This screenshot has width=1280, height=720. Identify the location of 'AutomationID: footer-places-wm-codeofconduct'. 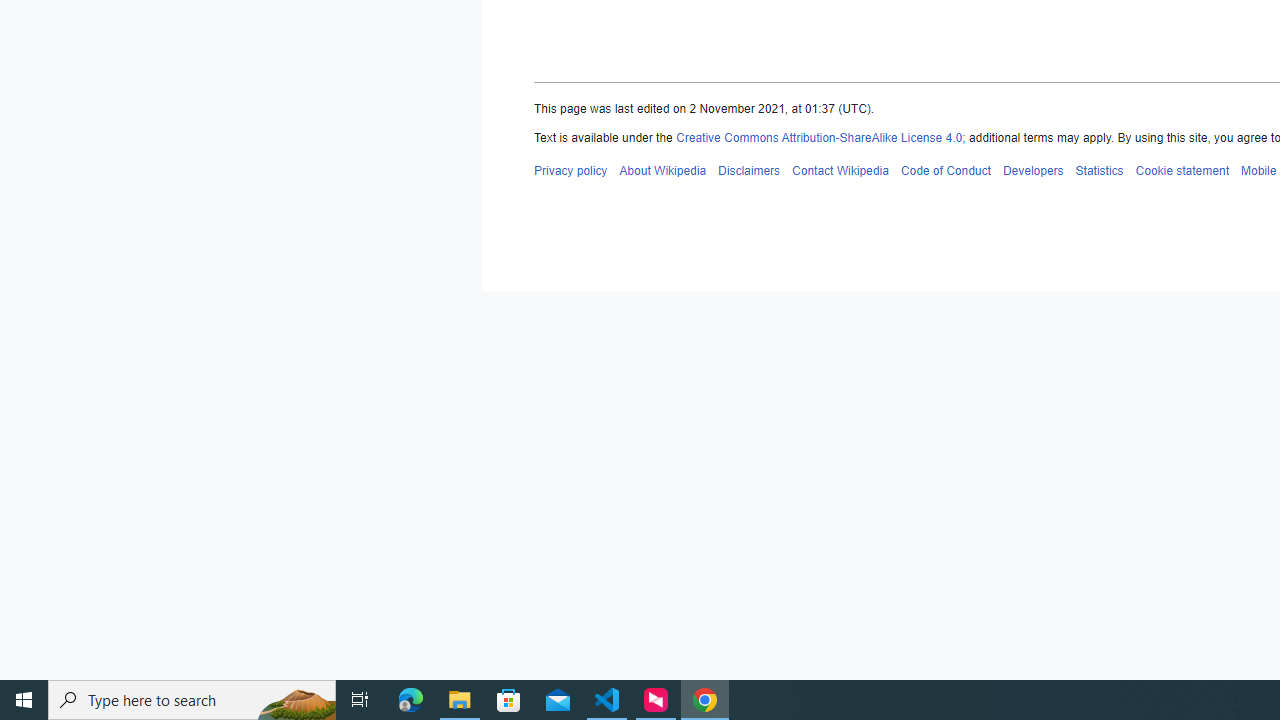
(944, 169).